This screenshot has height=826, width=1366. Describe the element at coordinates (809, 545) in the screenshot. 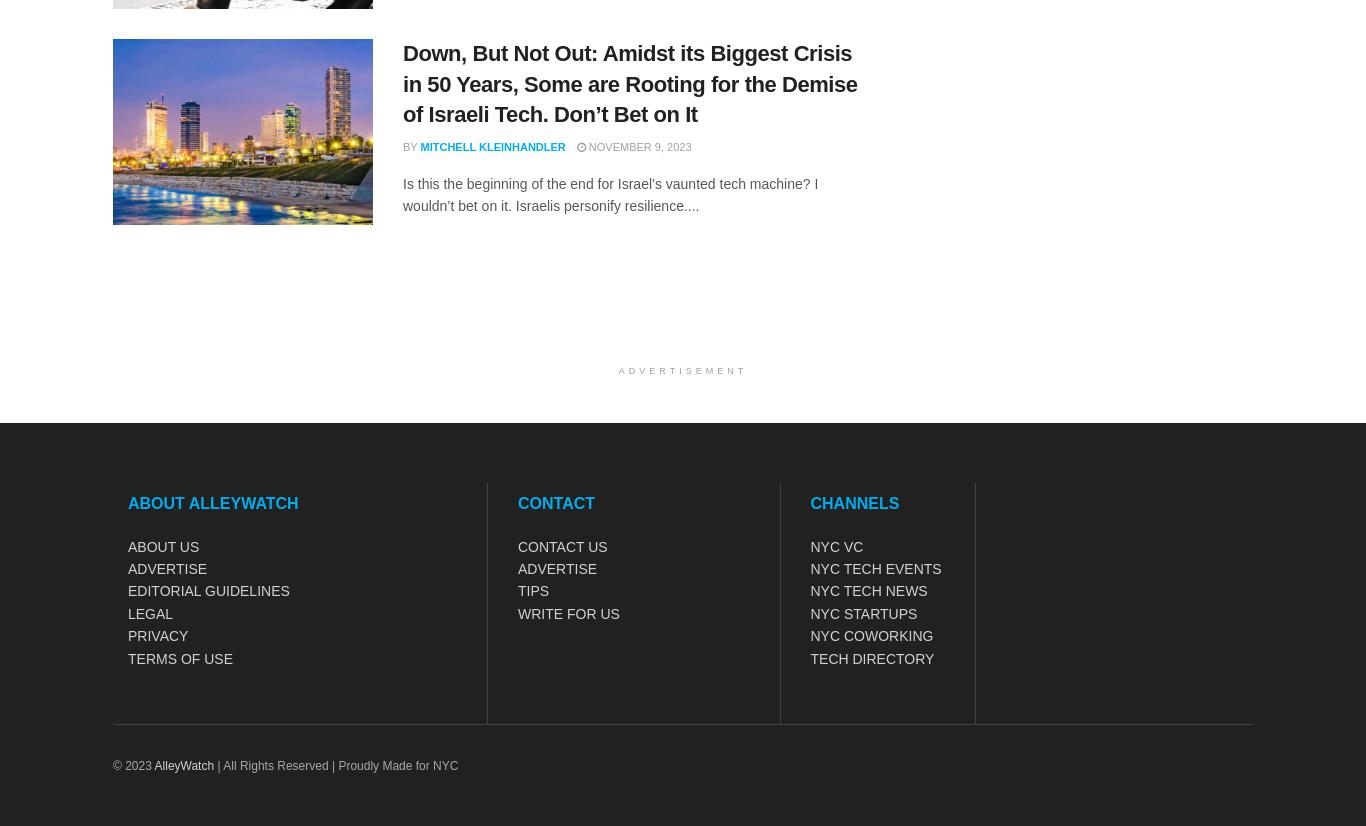

I see `'NYC VC'` at that location.